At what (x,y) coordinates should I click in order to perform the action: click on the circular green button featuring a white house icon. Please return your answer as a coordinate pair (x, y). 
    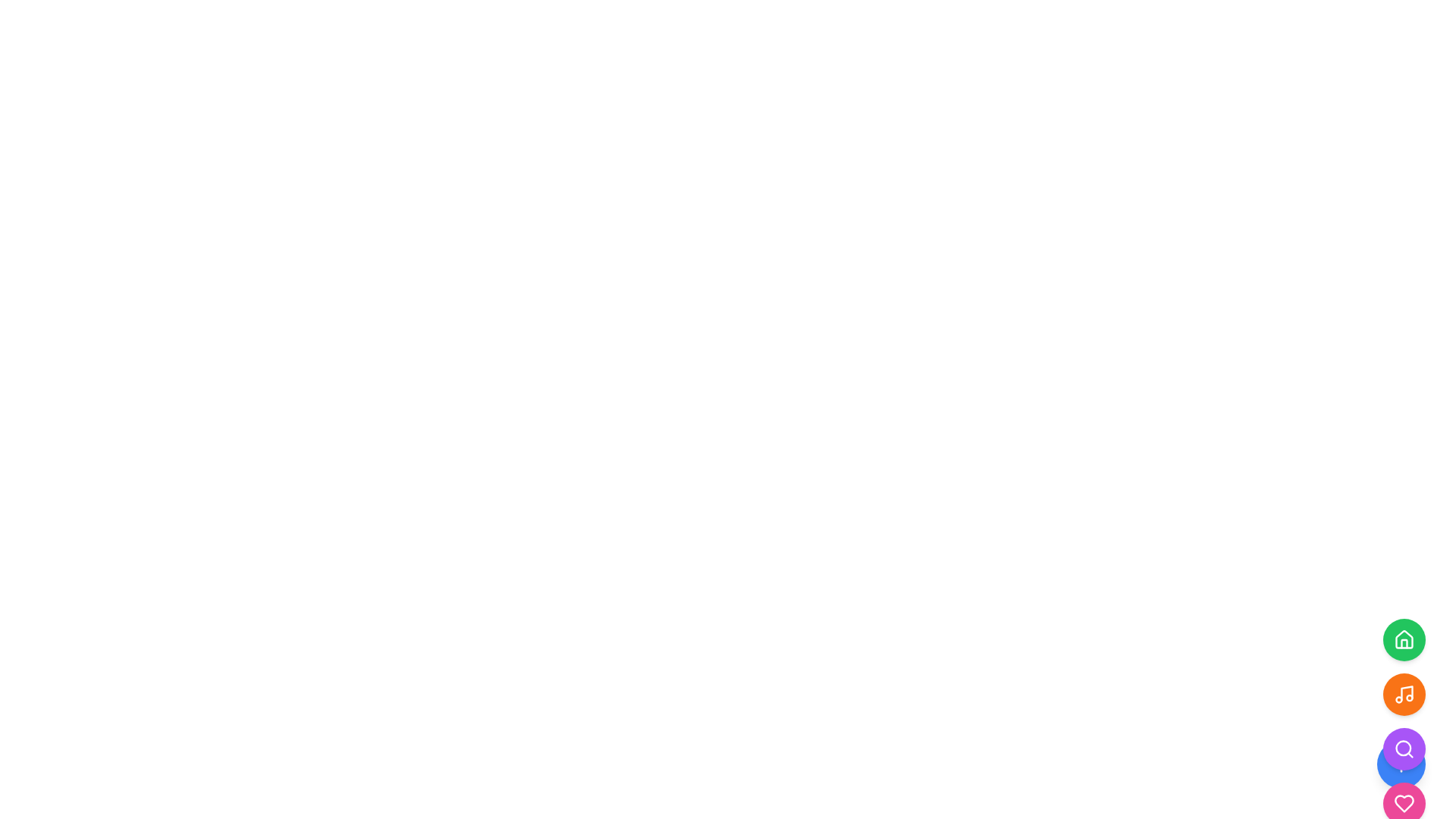
    Looking at the image, I should click on (1404, 640).